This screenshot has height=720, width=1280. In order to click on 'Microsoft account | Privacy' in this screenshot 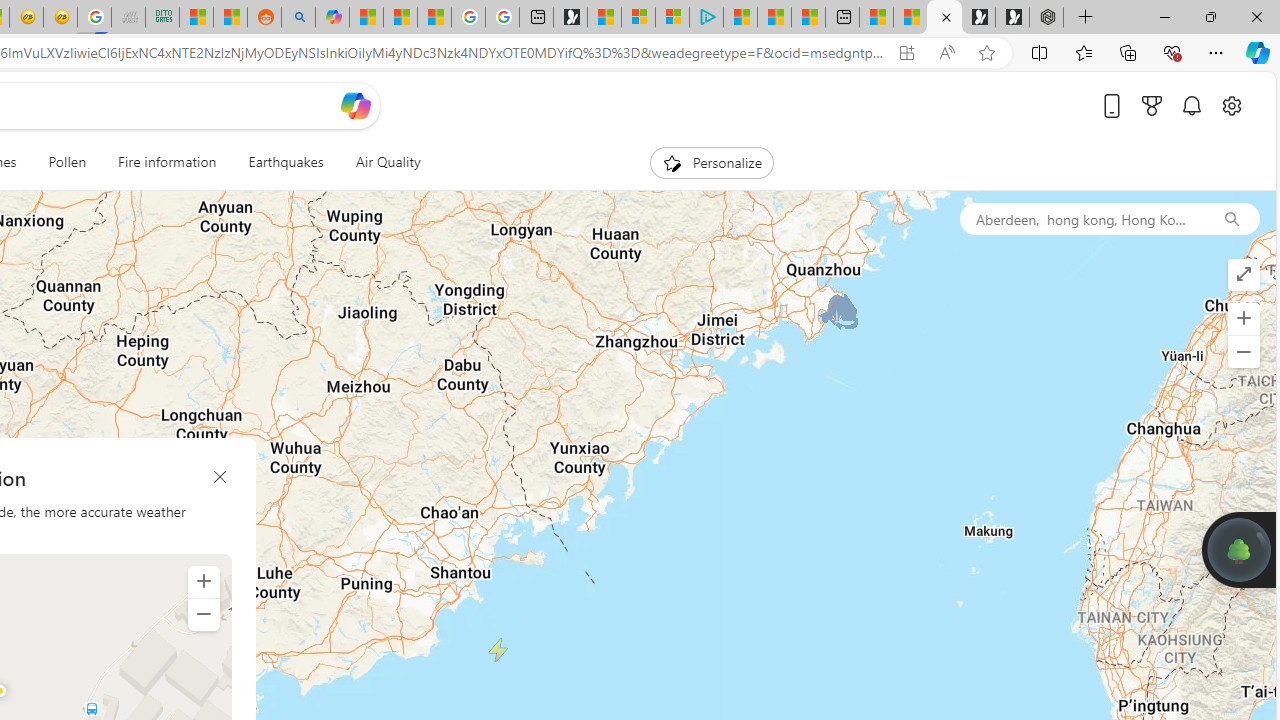, I will do `click(672, 17)`.